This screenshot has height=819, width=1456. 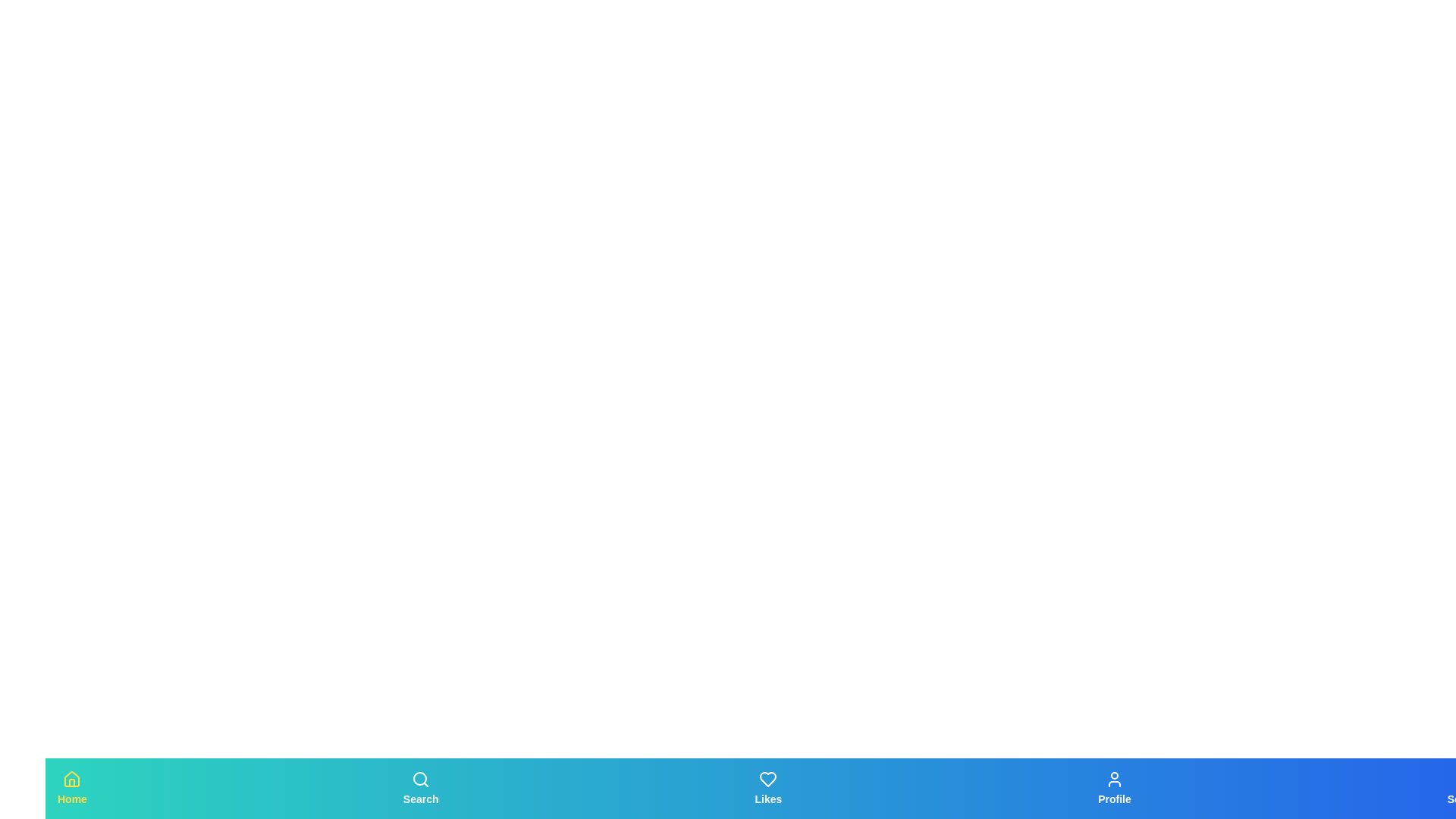 What do you see at coordinates (421, 788) in the screenshot?
I see `the tab labeled Search to observe the scaling effect` at bounding box center [421, 788].